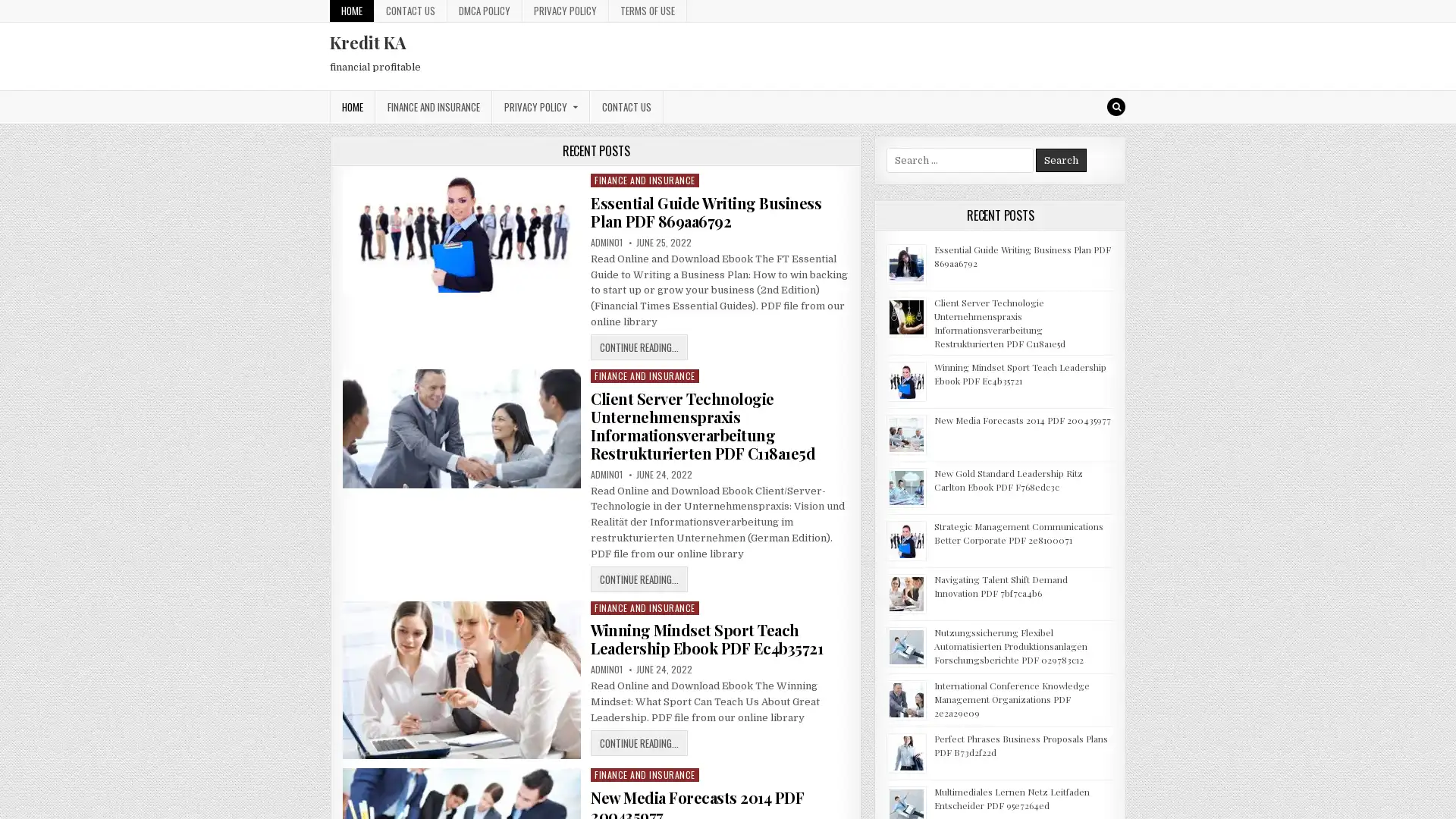 The height and width of the screenshot is (819, 1456). Describe the element at coordinates (1060, 160) in the screenshot. I see `Search` at that location.